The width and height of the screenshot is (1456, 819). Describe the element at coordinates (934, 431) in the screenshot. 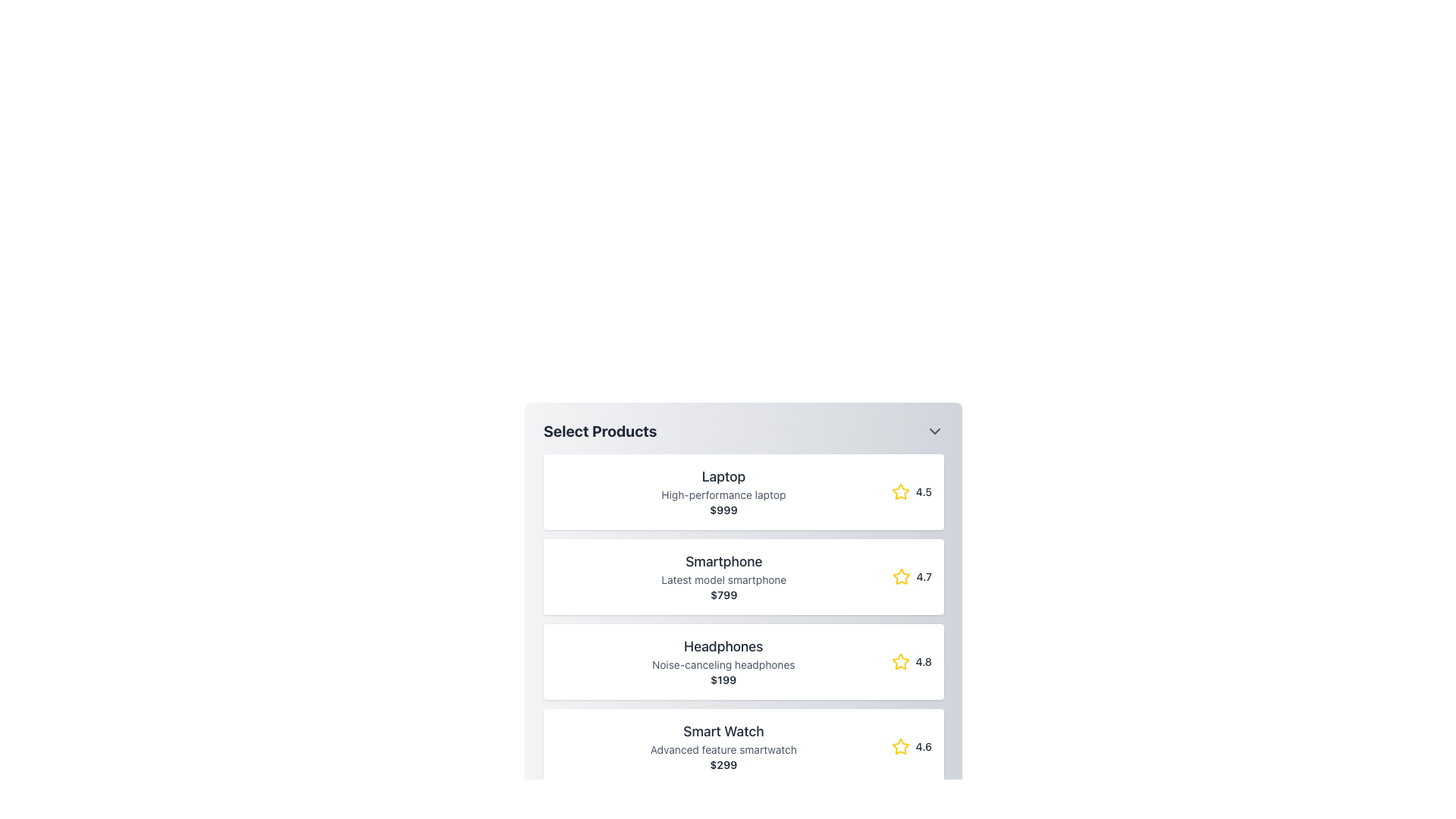

I see `the downward-pointing chevron icon styled in gray, located on the right side of the header labeled 'Select Products'` at that location.